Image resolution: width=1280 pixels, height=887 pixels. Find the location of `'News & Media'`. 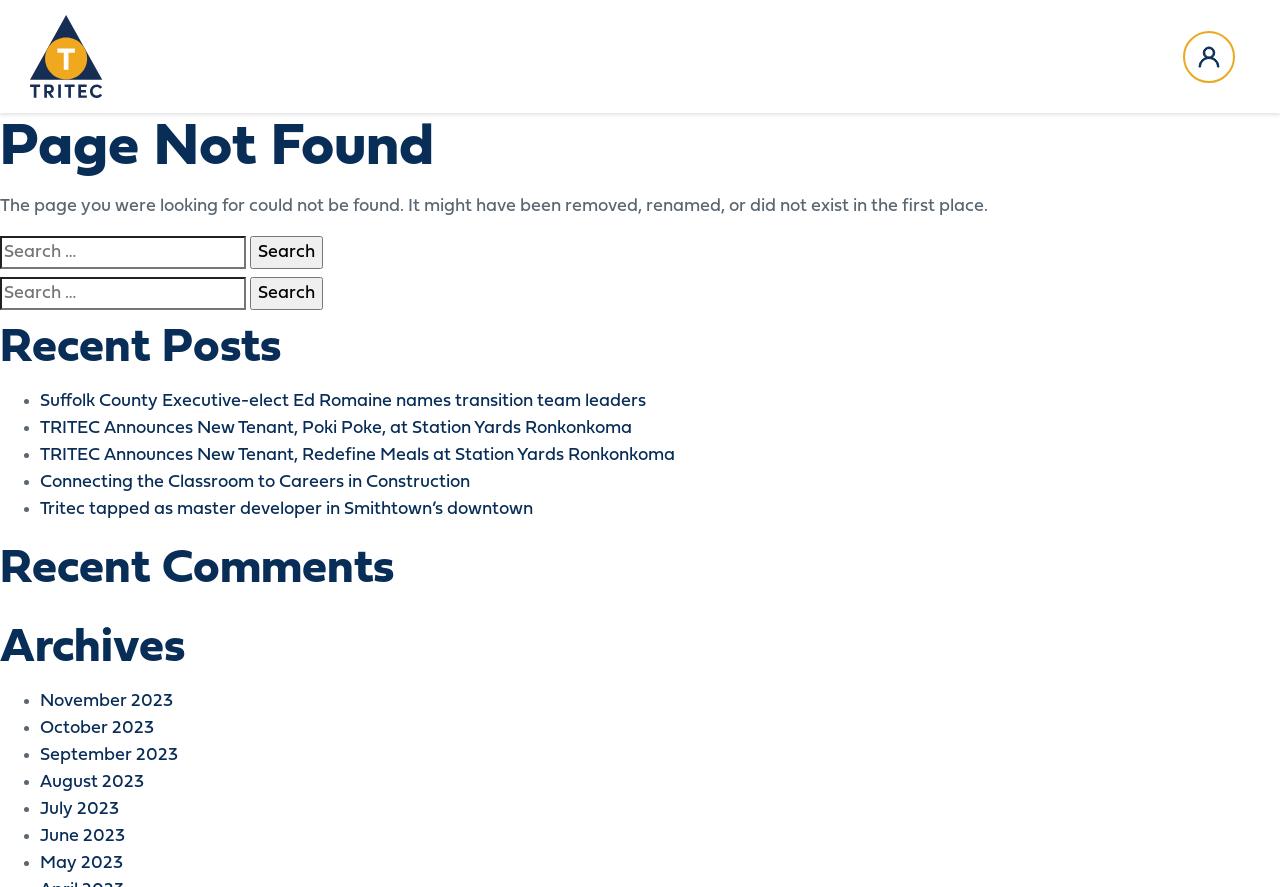

'News & Media' is located at coordinates (635, 25).